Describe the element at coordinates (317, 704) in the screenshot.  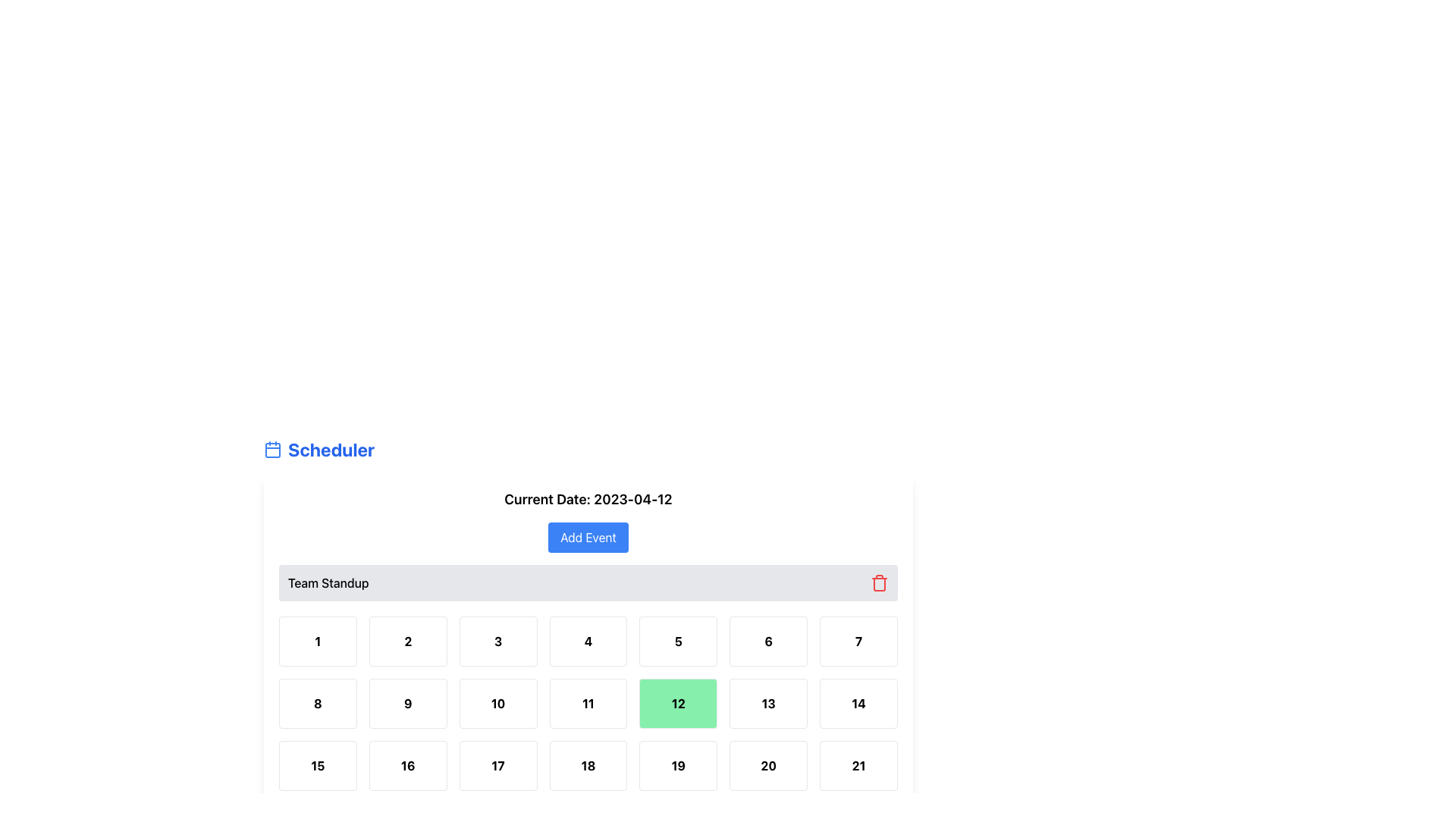
I see `the square button displaying the number '8' in the calendar grid using keyboard navigation` at that location.